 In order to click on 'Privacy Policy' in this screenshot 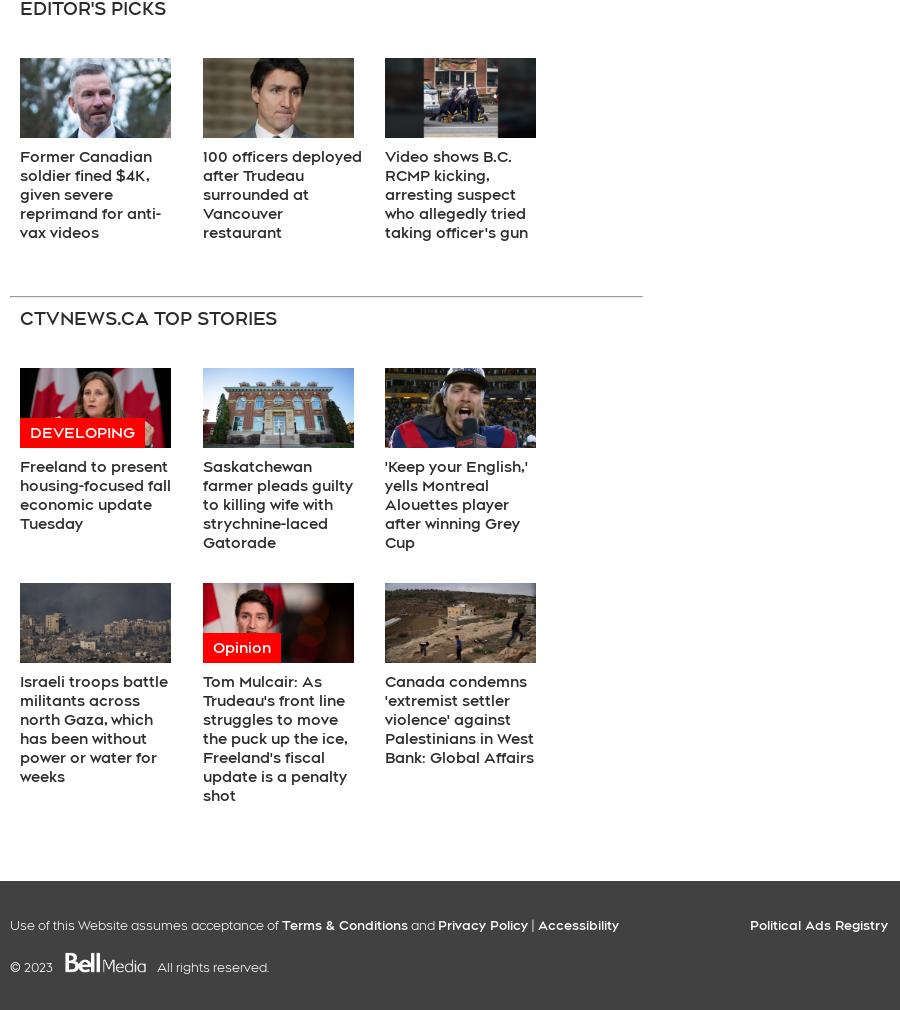, I will do `click(438, 924)`.